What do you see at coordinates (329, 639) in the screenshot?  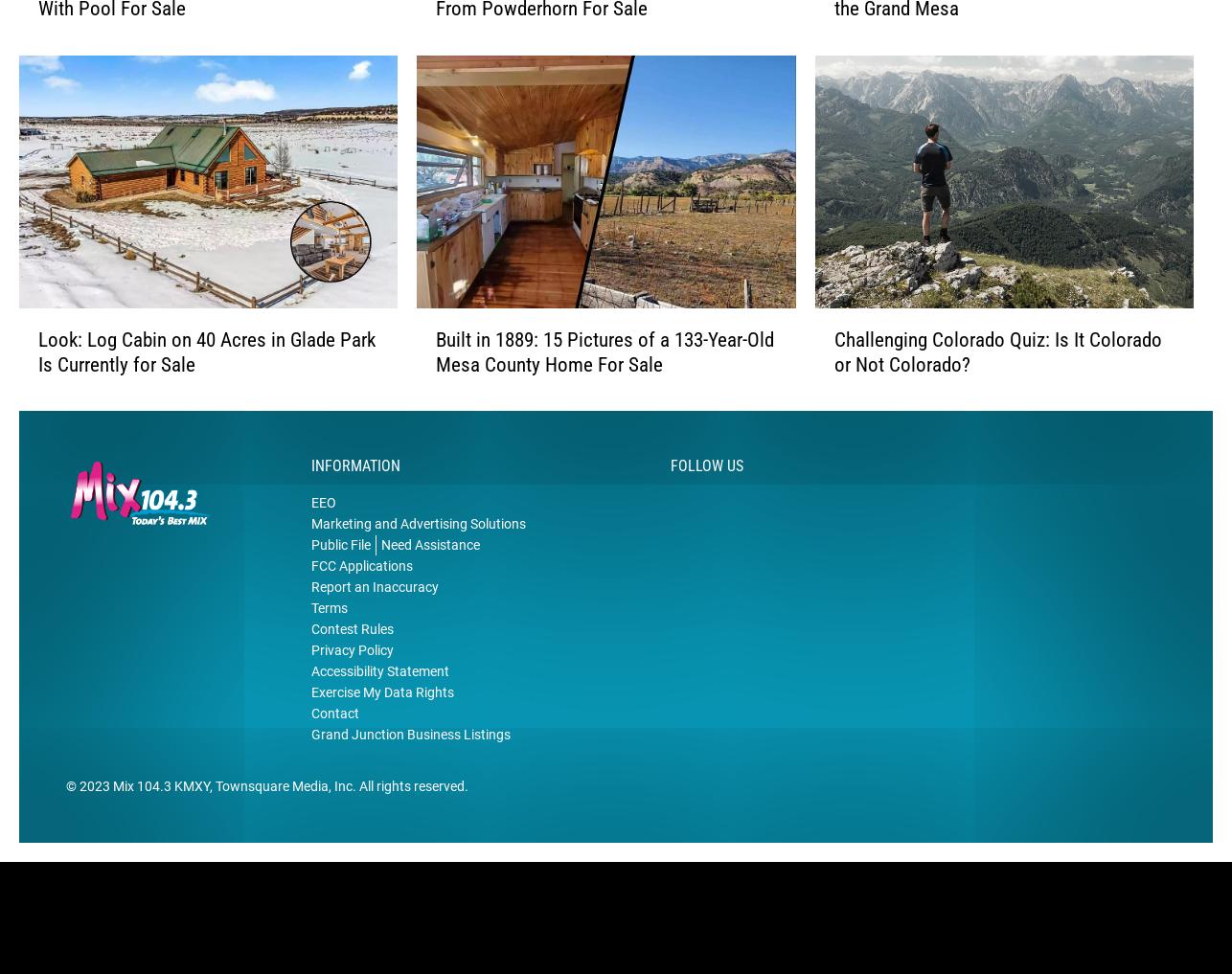 I see `'Terms'` at bounding box center [329, 639].